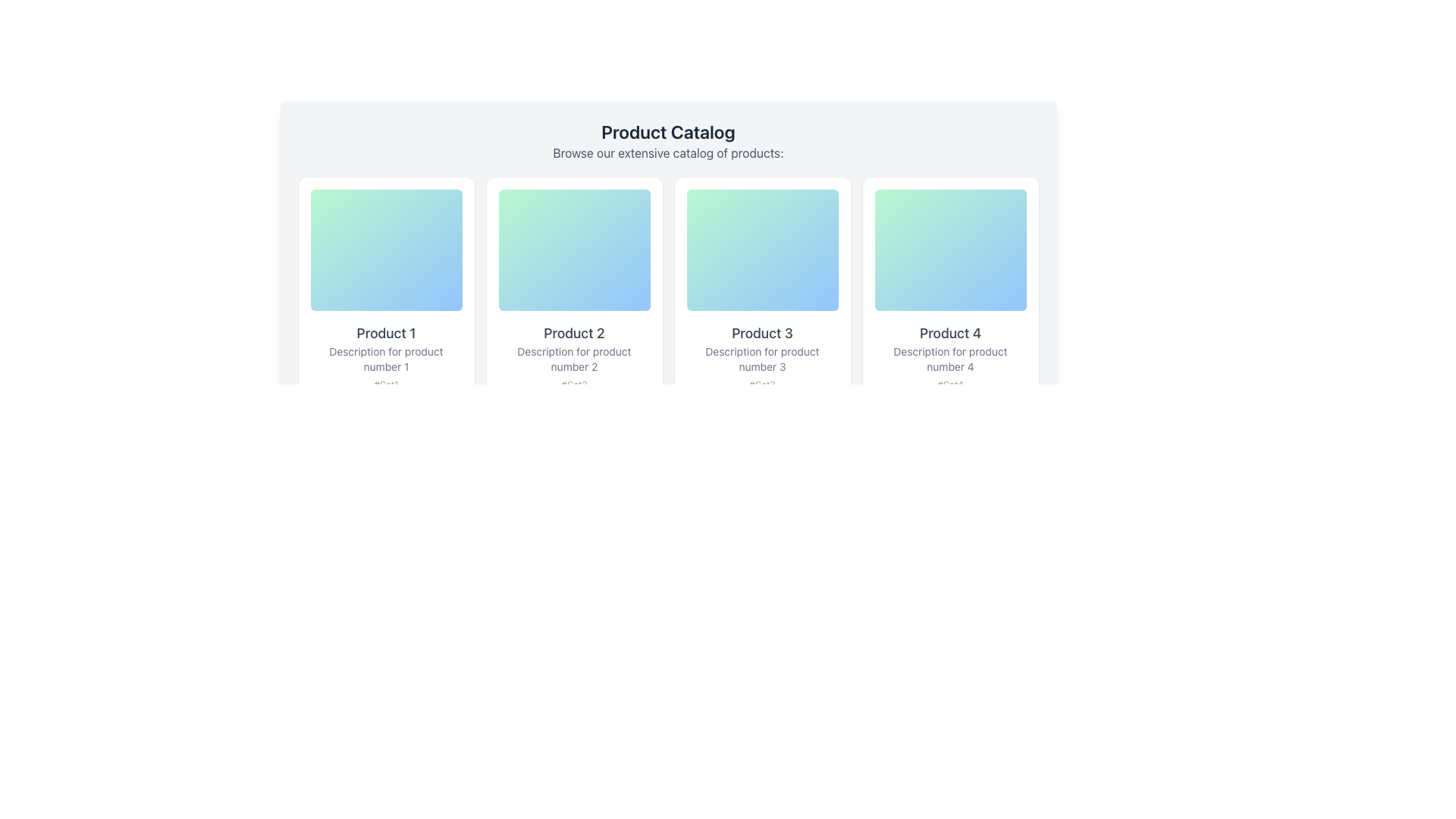 Image resolution: width=1456 pixels, height=819 pixels. Describe the element at coordinates (386, 359) in the screenshot. I see `text content of the gray-colored text block displaying 'Description for product number 1', which is located below the bold text 'Product 1' and above the text '#Cat1'` at that location.